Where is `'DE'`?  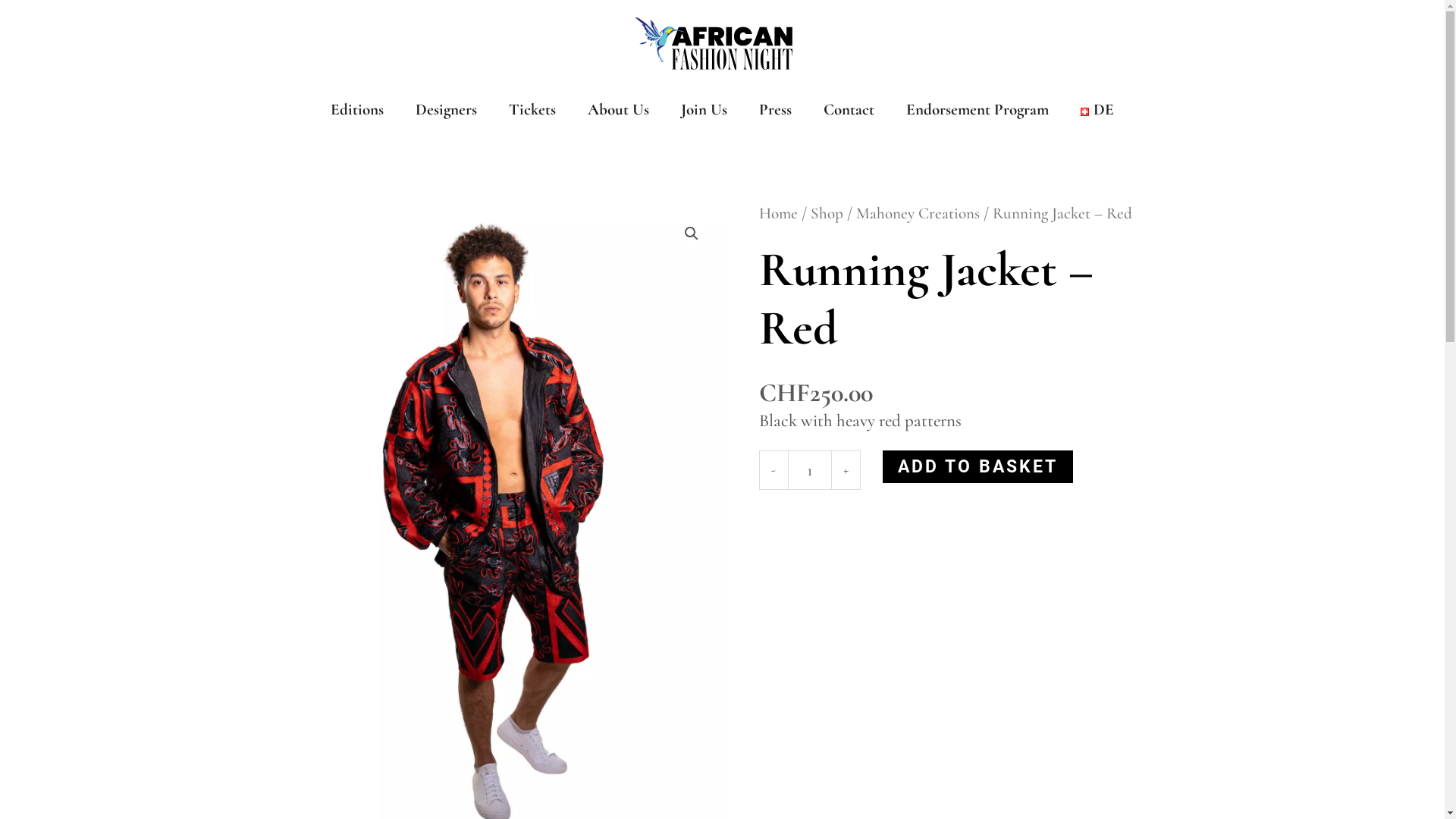 'DE' is located at coordinates (1097, 109).